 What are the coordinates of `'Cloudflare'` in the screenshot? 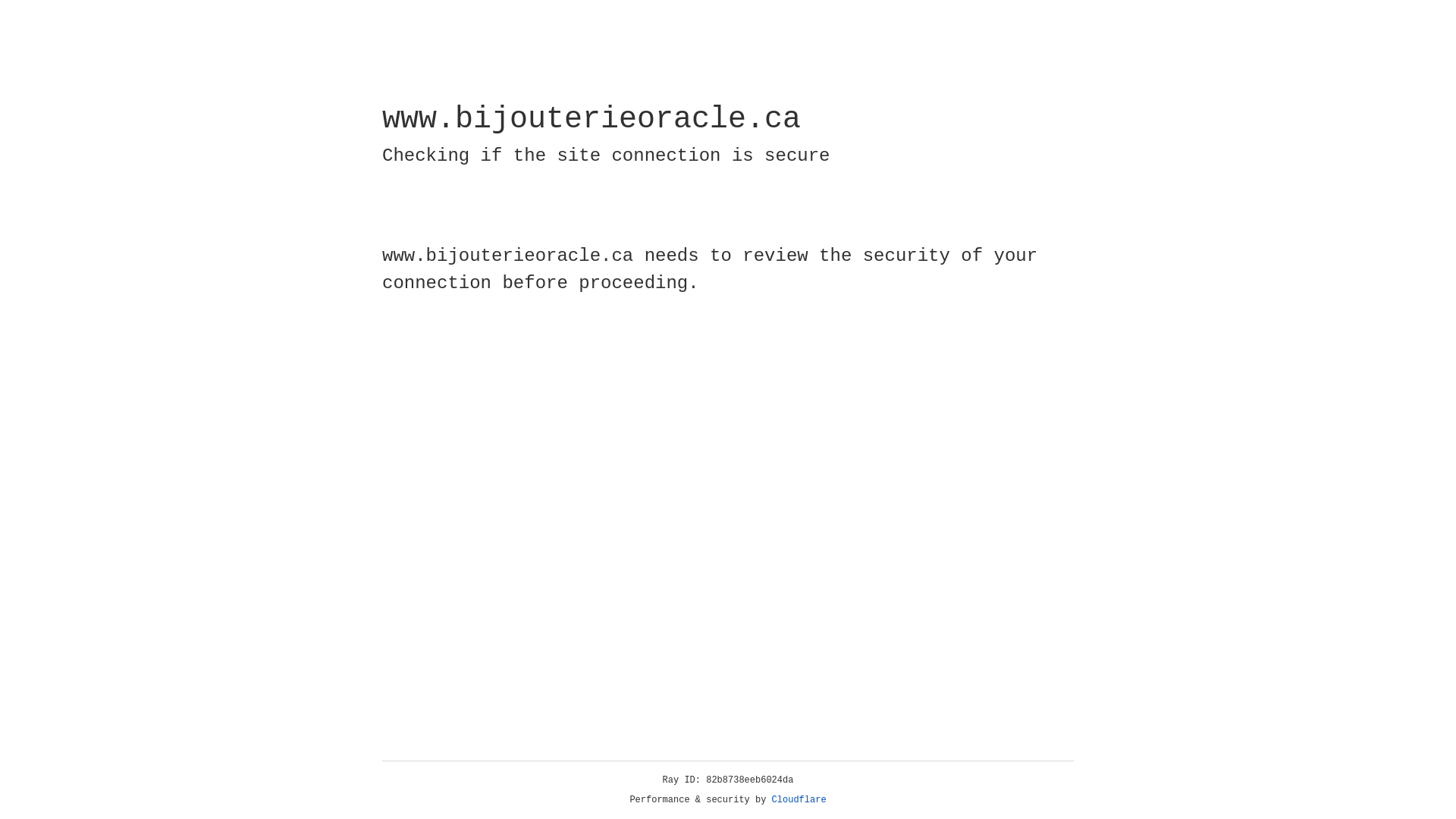 It's located at (771, 799).